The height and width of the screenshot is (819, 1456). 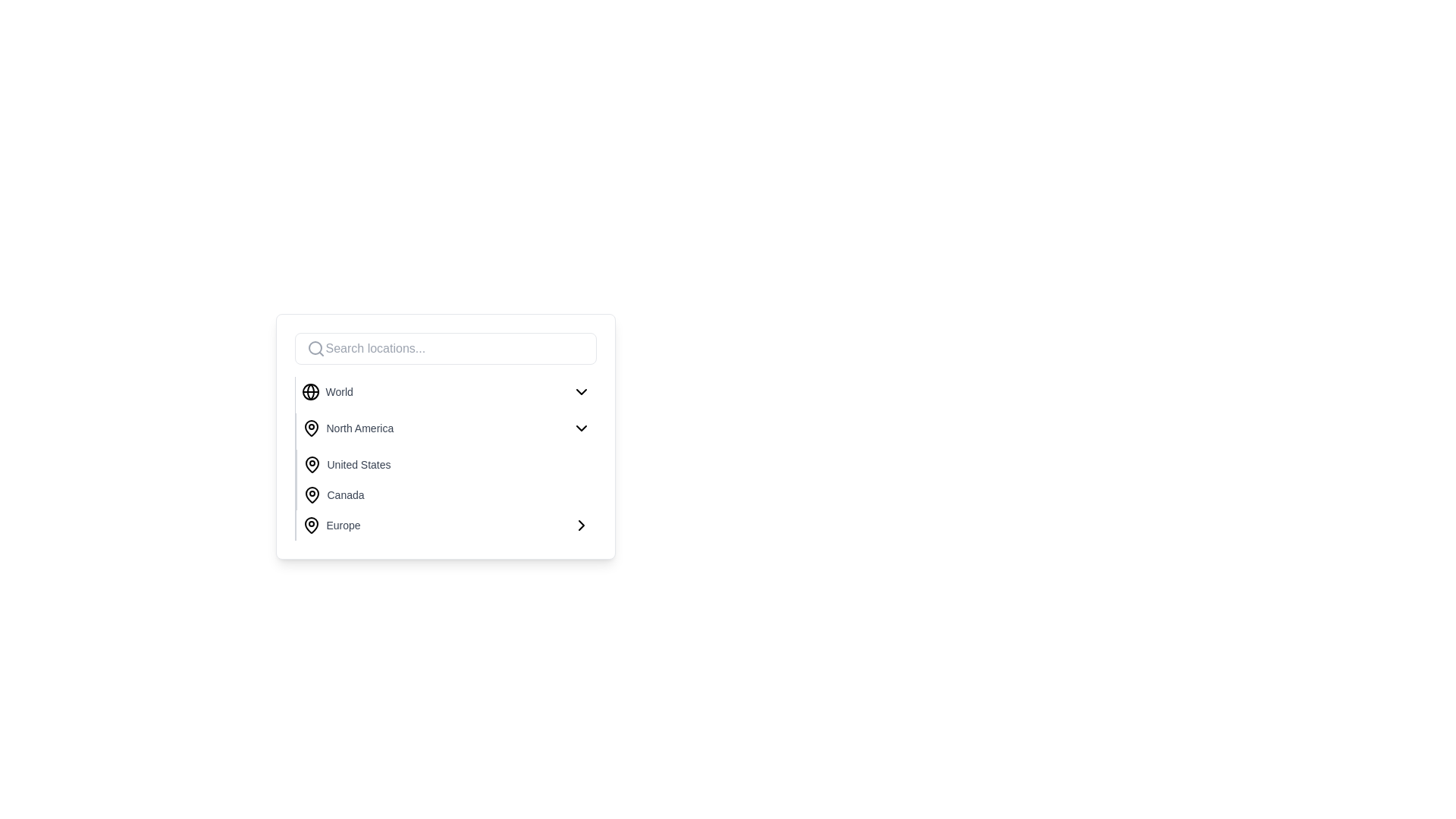 I want to click on the SVG icon styled as a map pin that signifies the 'Europe' option in the geographic menu, located in the fifth row next to the text 'Europe', so click(x=310, y=525).